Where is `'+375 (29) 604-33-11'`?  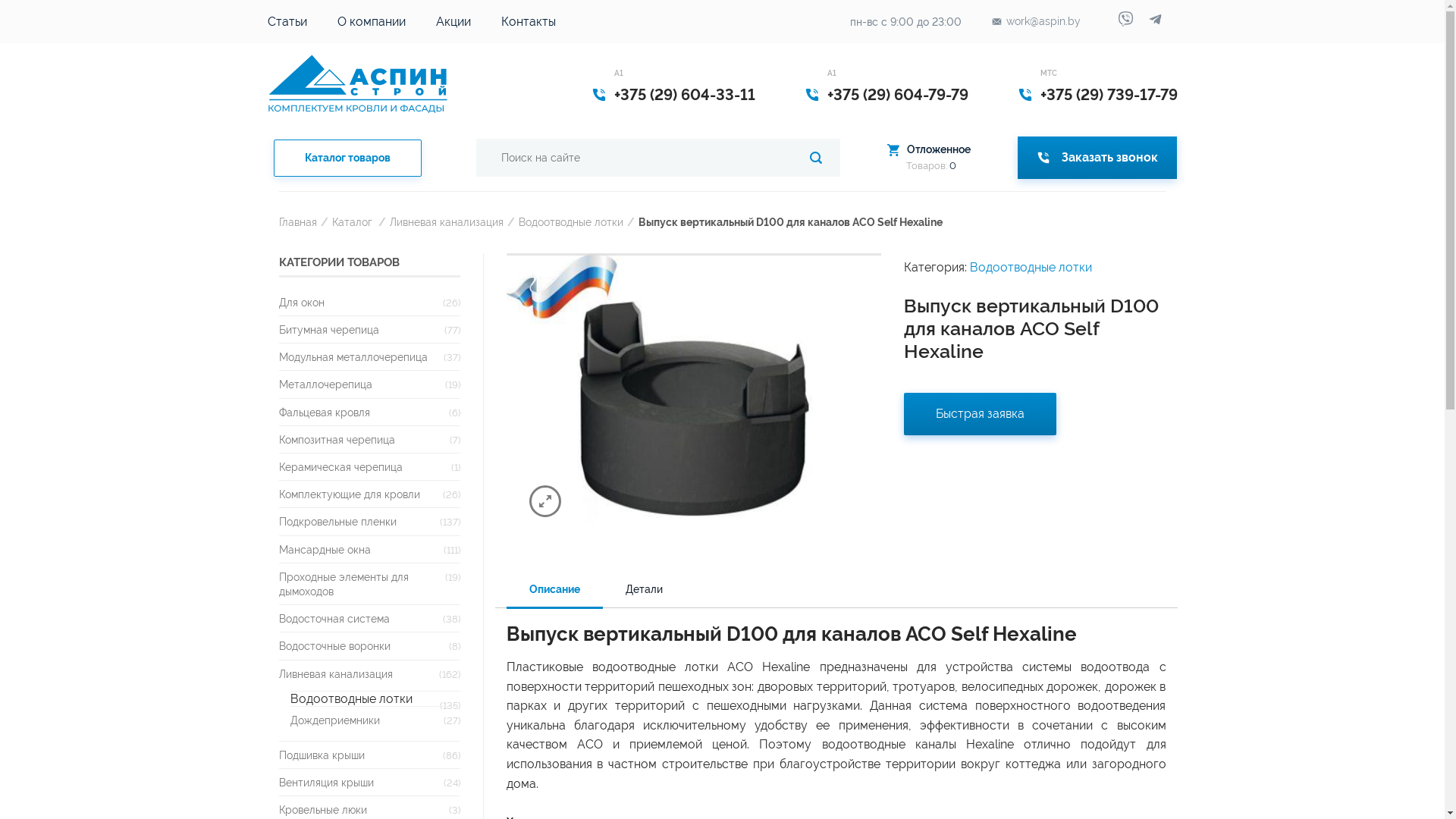
'+375 (29) 604-33-11' is located at coordinates (614, 94).